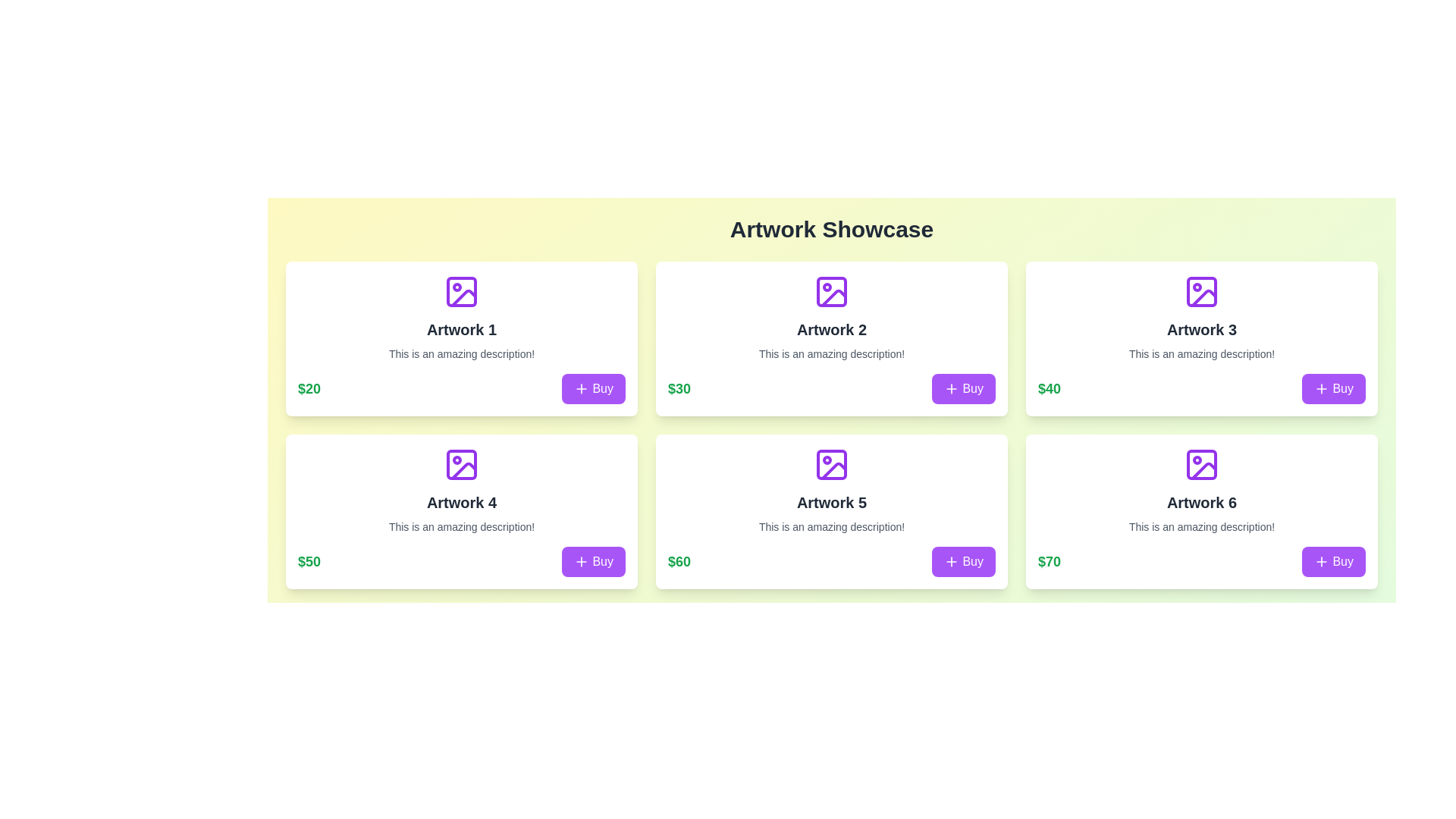 Image resolution: width=1456 pixels, height=819 pixels. What do you see at coordinates (461, 292) in the screenshot?
I see `the central purple icon resembling an image within the 'Artwork 1' card` at bounding box center [461, 292].